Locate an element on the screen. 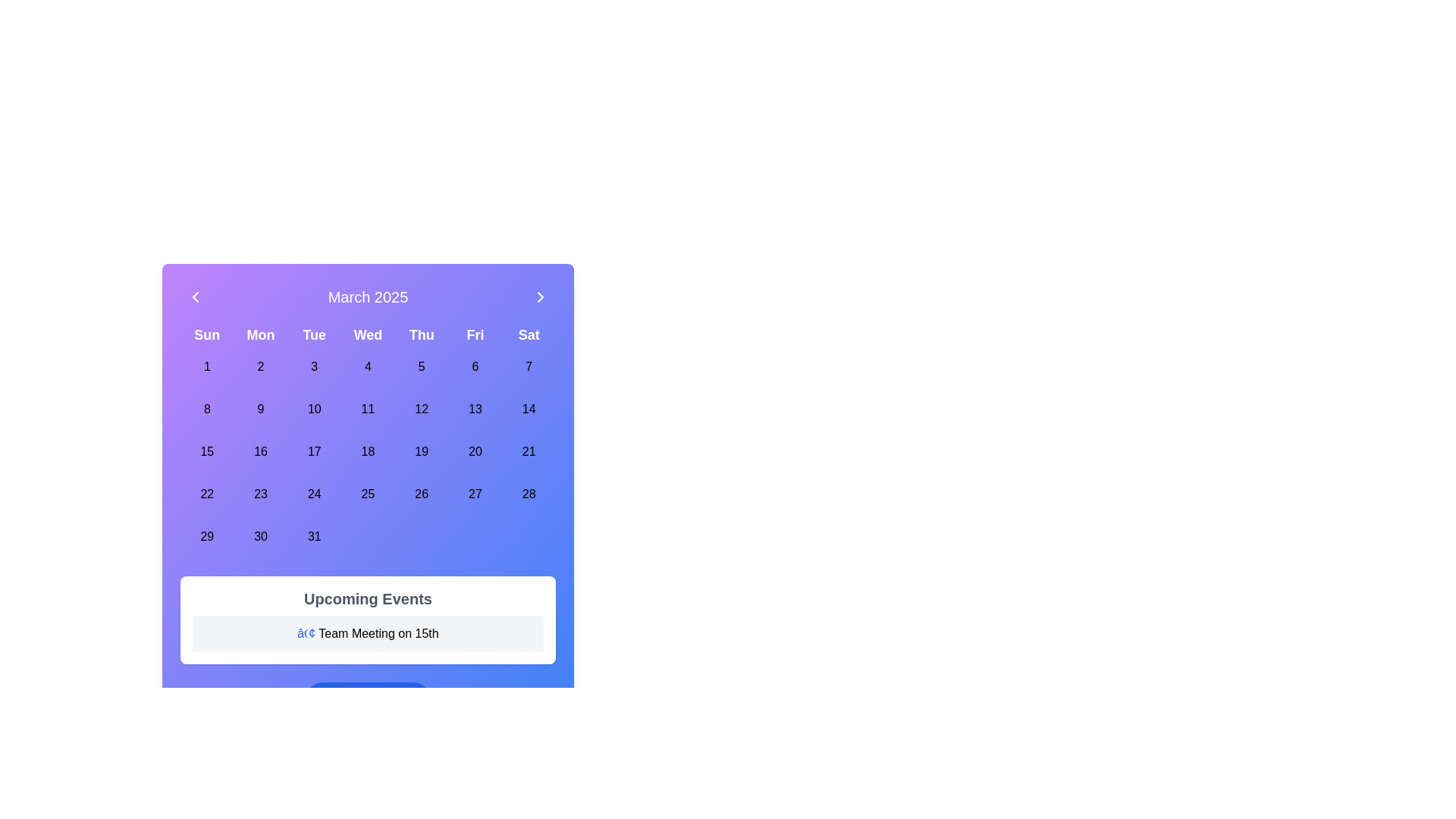  the chevron icon pointing to the right located to the right of the 'March 2025' label in the calendar interface to proceed to the next month is located at coordinates (541, 297).